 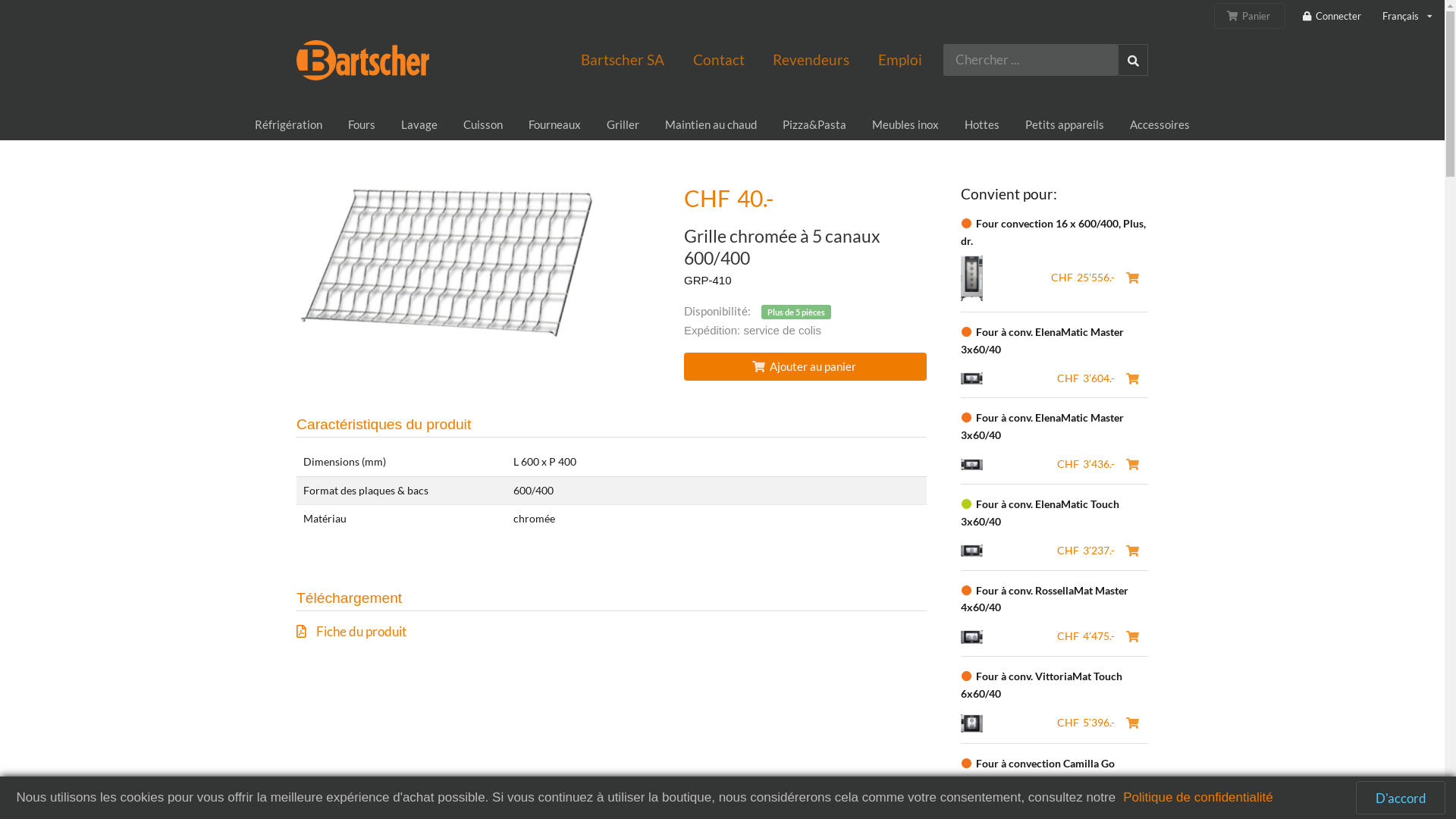 I want to click on 'Bartscher SA', so click(x=622, y=58).